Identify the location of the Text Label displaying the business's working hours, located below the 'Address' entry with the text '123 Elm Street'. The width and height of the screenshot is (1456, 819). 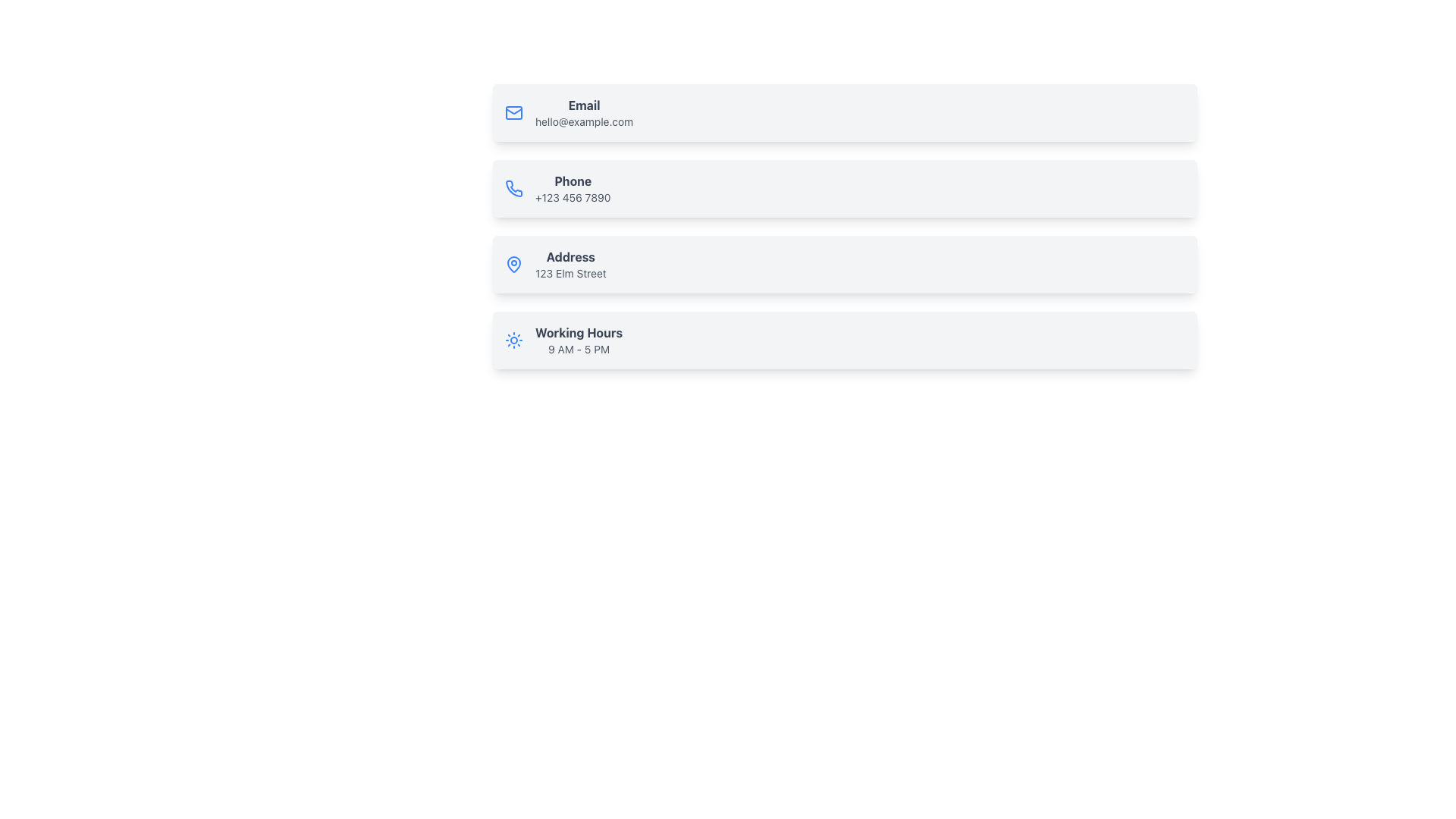
(578, 339).